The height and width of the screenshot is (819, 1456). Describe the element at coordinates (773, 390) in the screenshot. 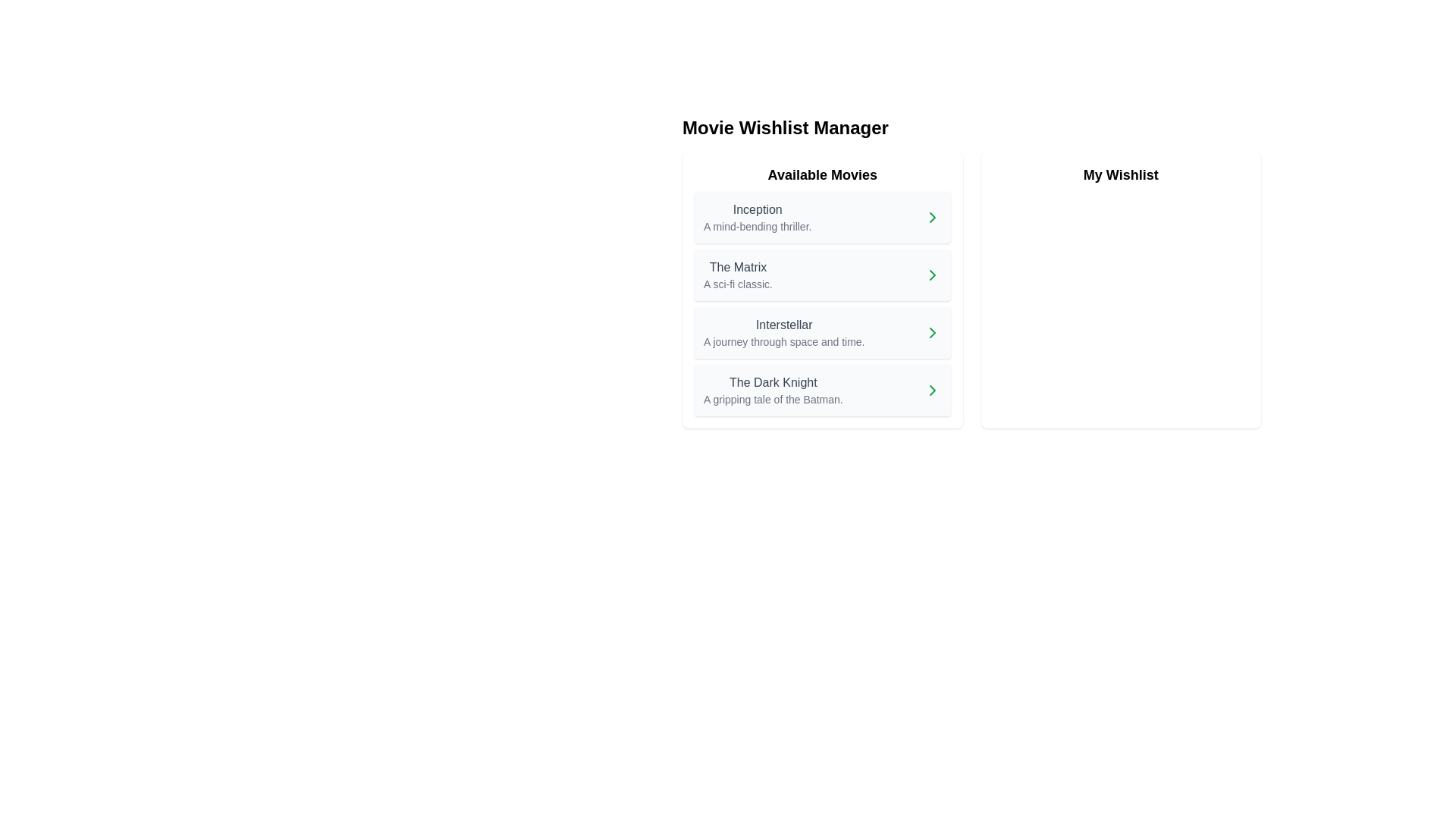

I see `the text block titled 'The Dark Knight' which contains a subtitle 'A gripping tale of the Batman.' located in the fourth item of the 'Available Movies' list` at that location.